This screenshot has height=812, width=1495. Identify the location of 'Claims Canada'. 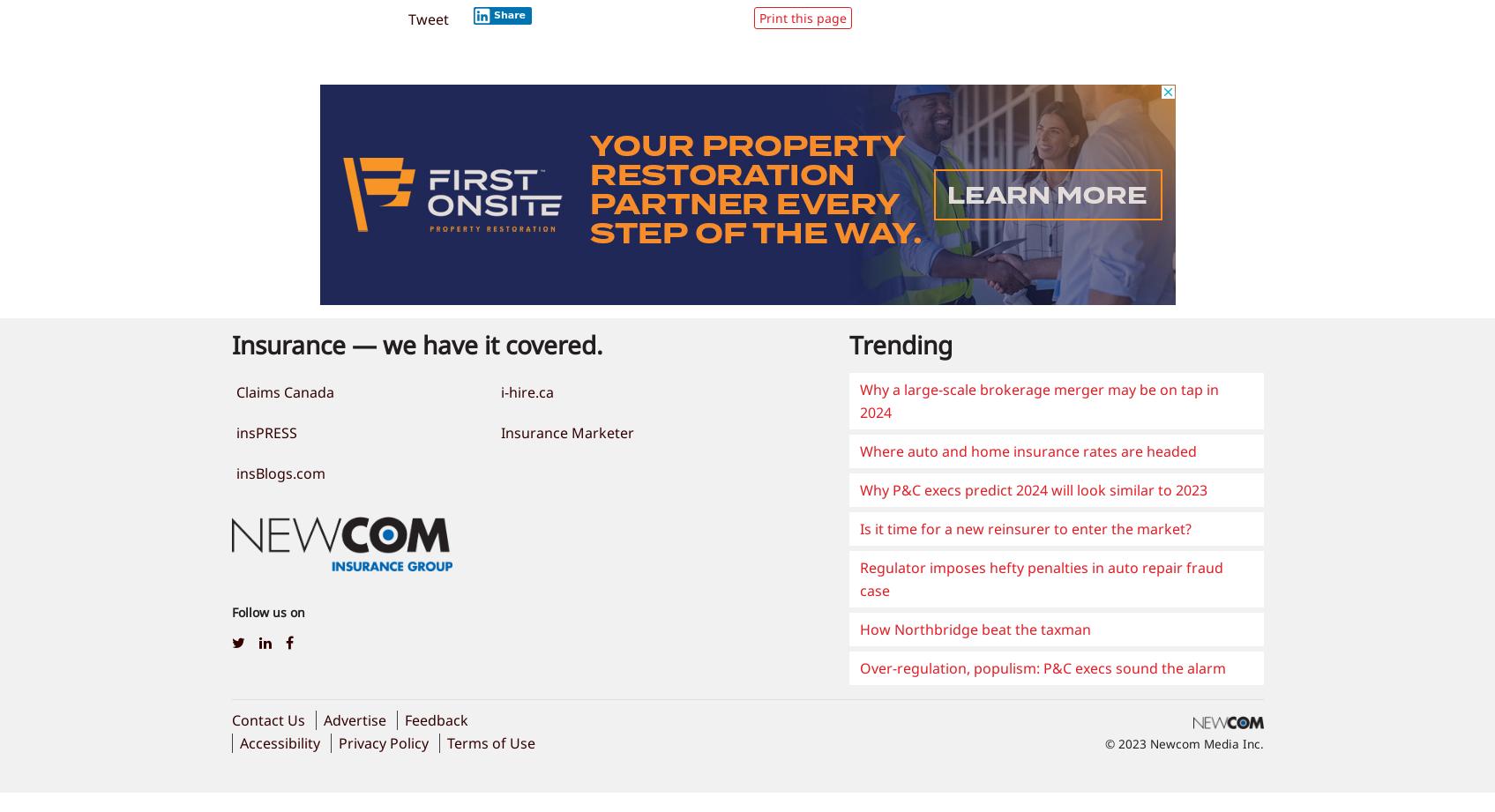
(284, 391).